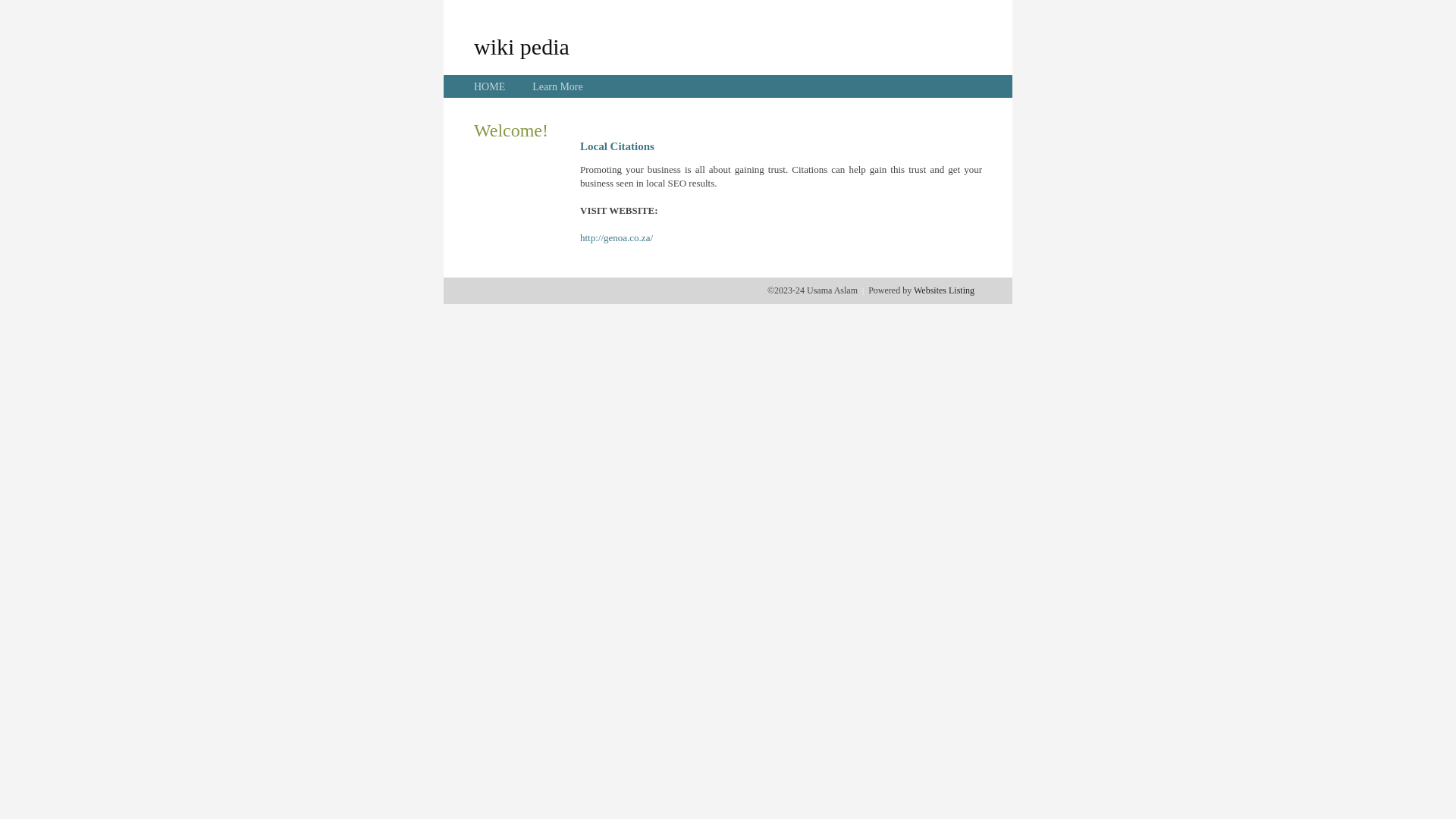  Describe the element at coordinates (489, 86) in the screenshot. I see `'HOME'` at that location.